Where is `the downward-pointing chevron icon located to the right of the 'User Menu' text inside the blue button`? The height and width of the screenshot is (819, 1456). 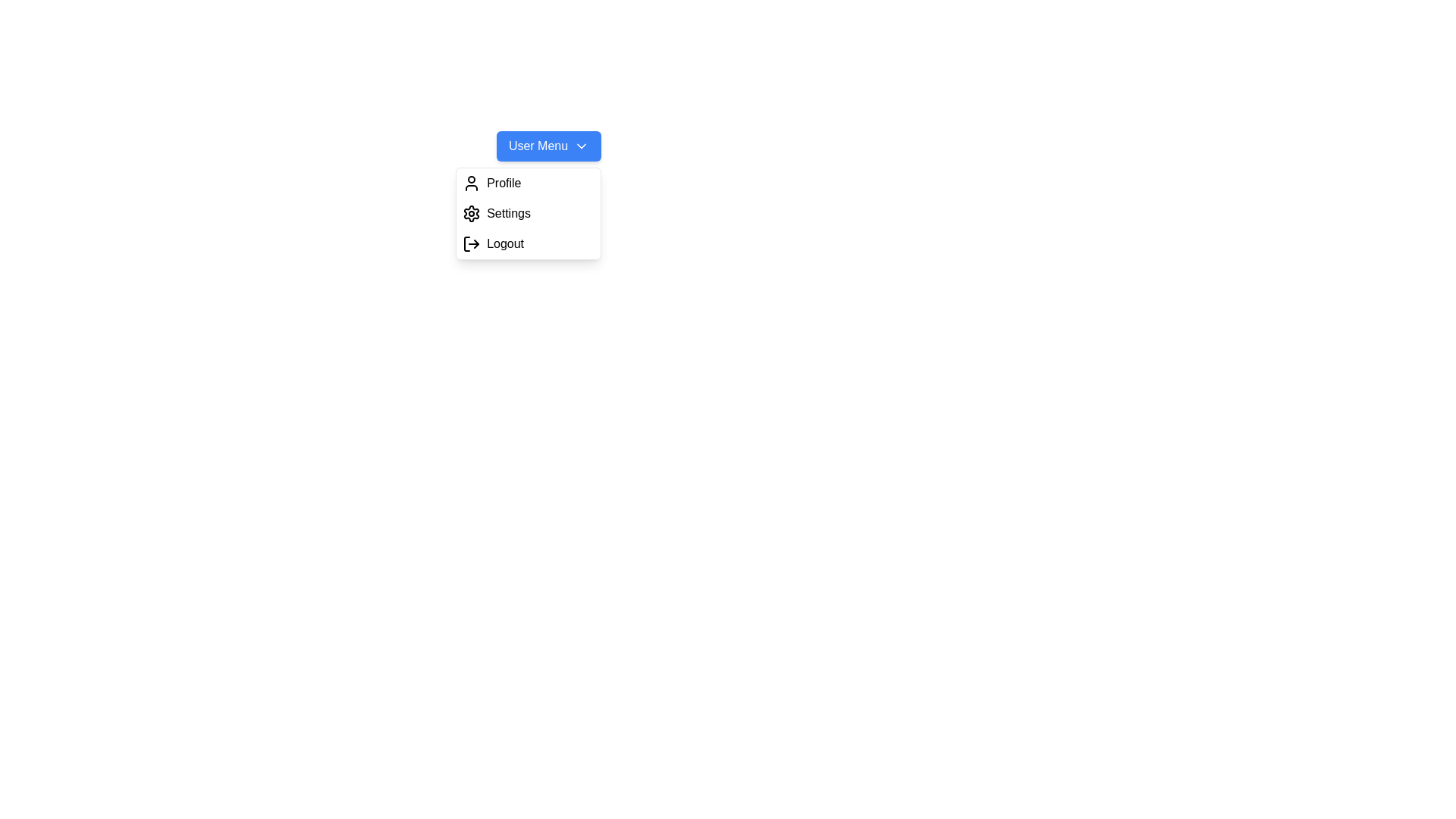
the downward-pointing chevron icon located to the right of the 'User Menu' text inside the blue button is located at coordinates (581, 146).